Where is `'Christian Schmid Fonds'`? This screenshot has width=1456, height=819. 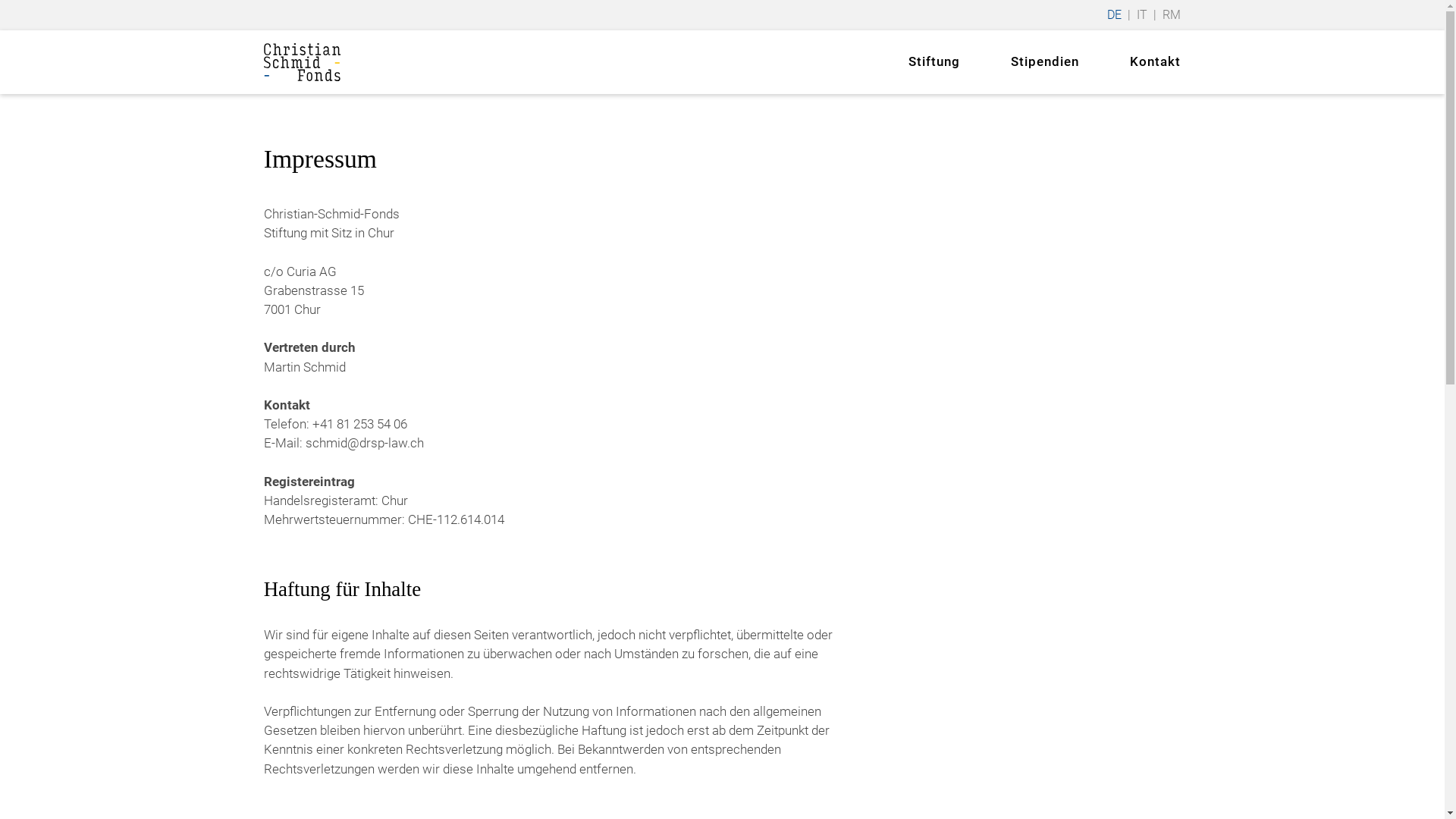
'Christian Schmid Fonds' is located at coordinates (302, 61).